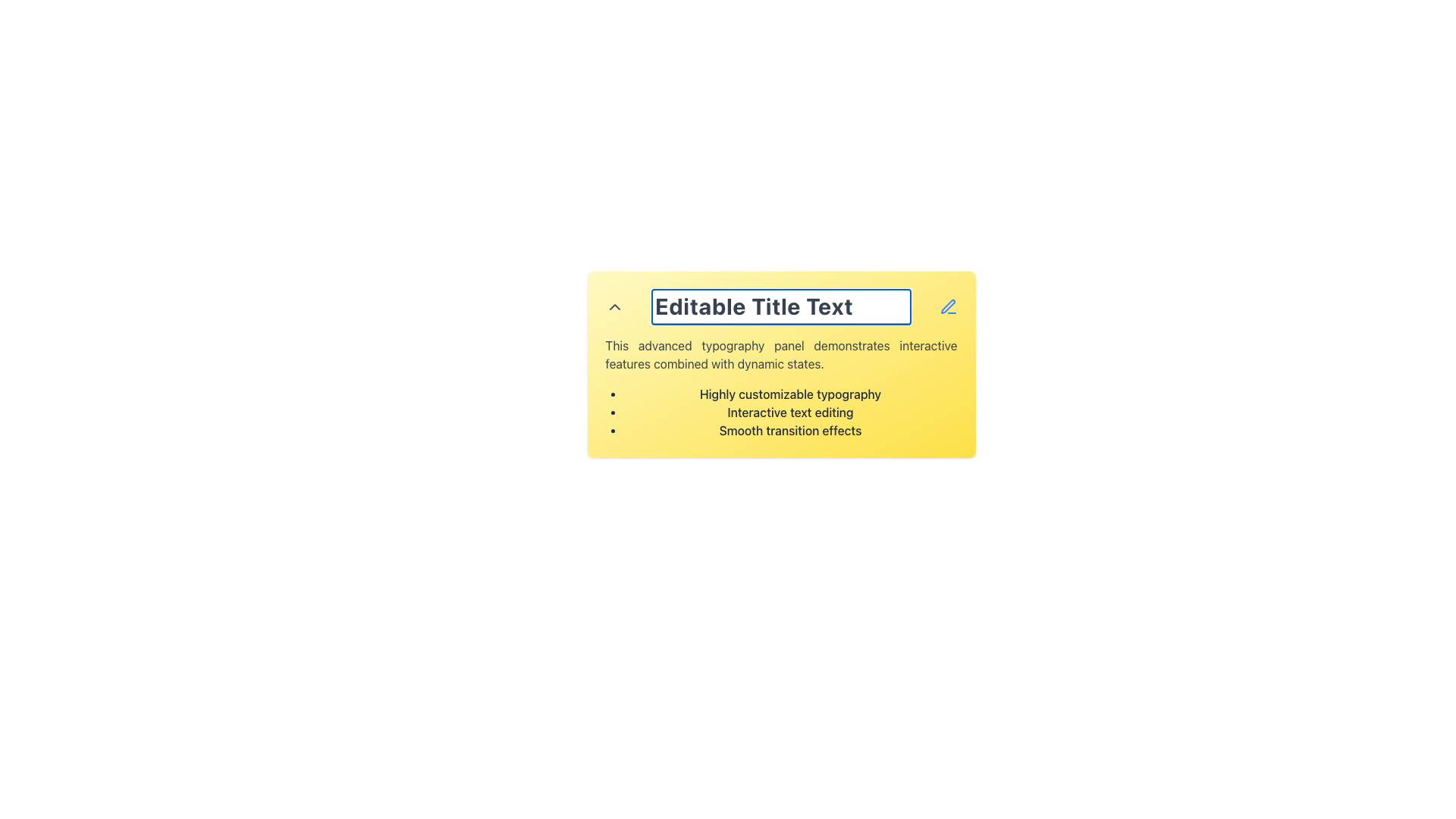  What do you see at coordinates (789, 394) in the screenshot?
I see `the first item in the bulleted list labeled as a Text label, which describes typography features and is located under 'Editable Title Text'` at bounding box center [789, 394].